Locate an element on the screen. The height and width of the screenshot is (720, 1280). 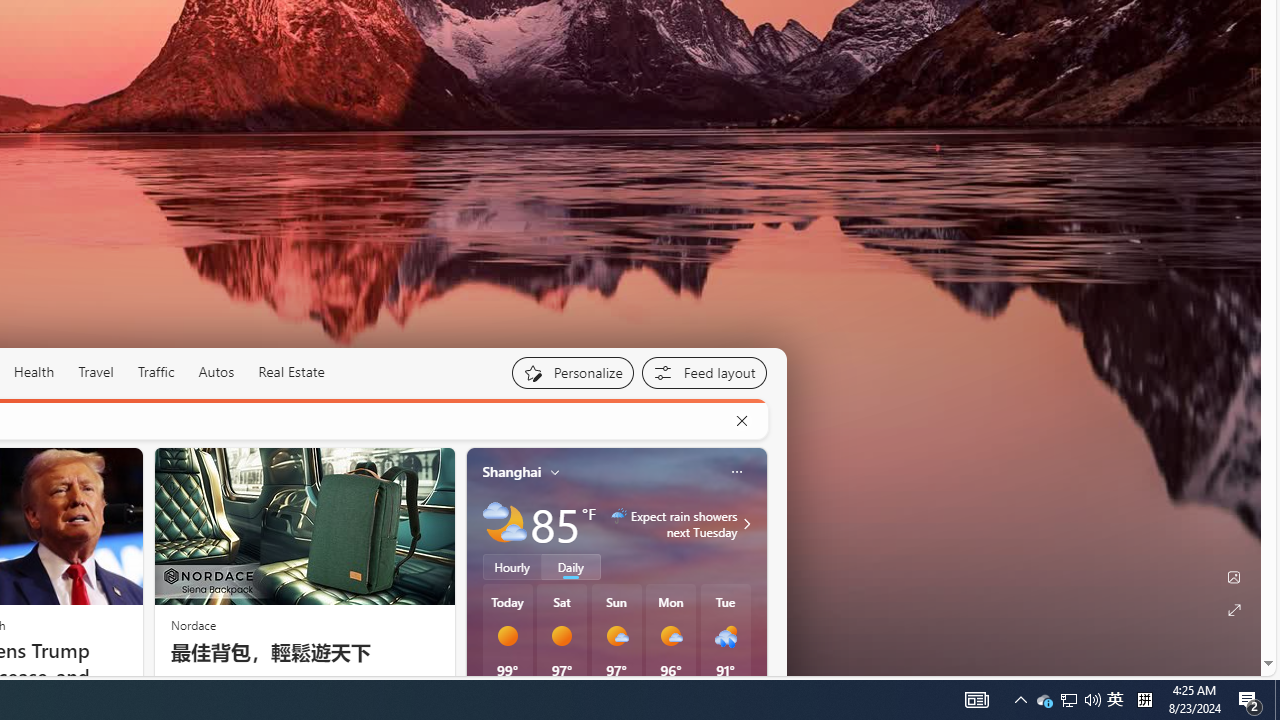
'Autos' is located at coordinates (216, 371).